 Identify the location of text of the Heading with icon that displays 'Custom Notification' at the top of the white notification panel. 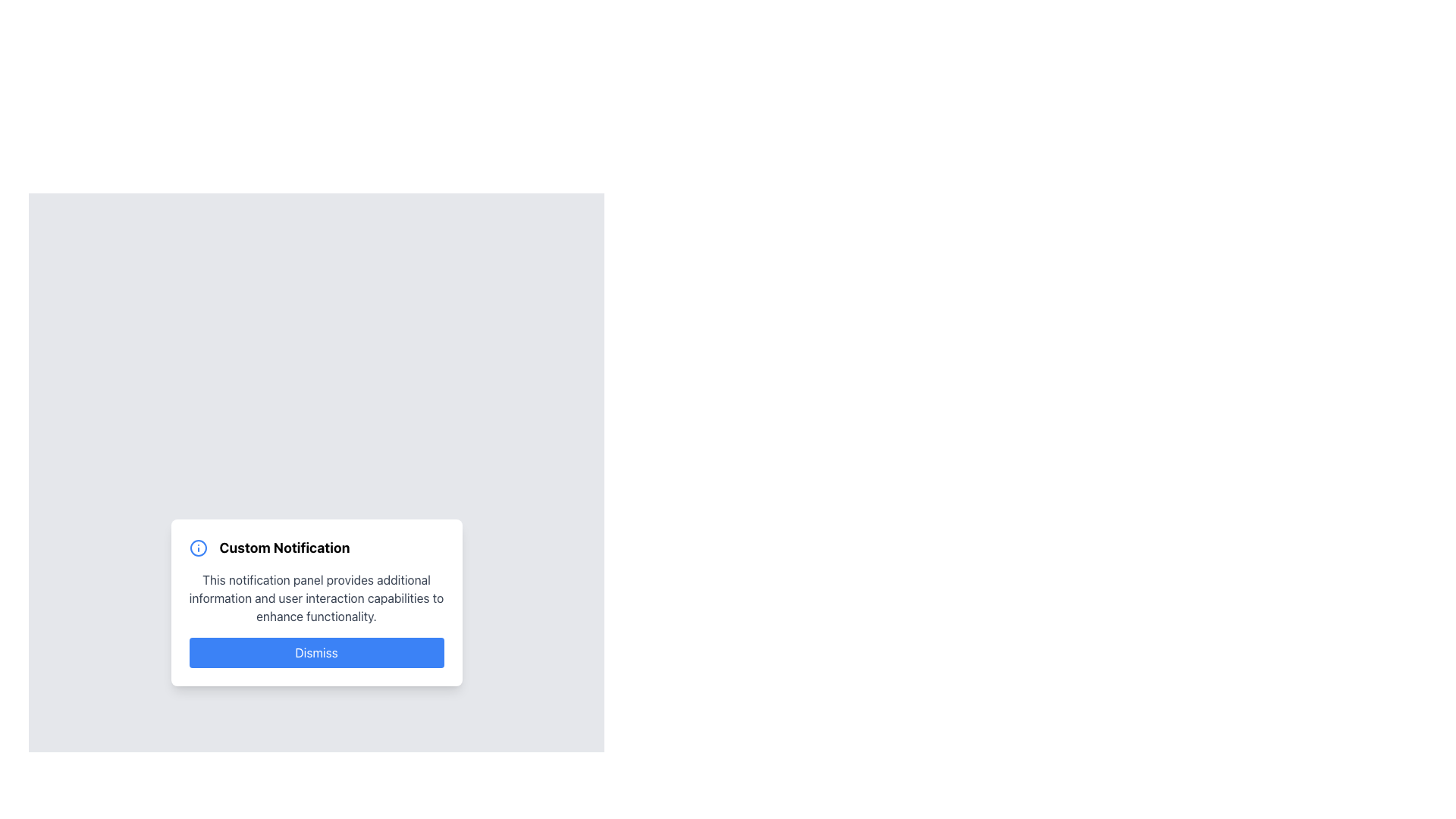
(315, 548).